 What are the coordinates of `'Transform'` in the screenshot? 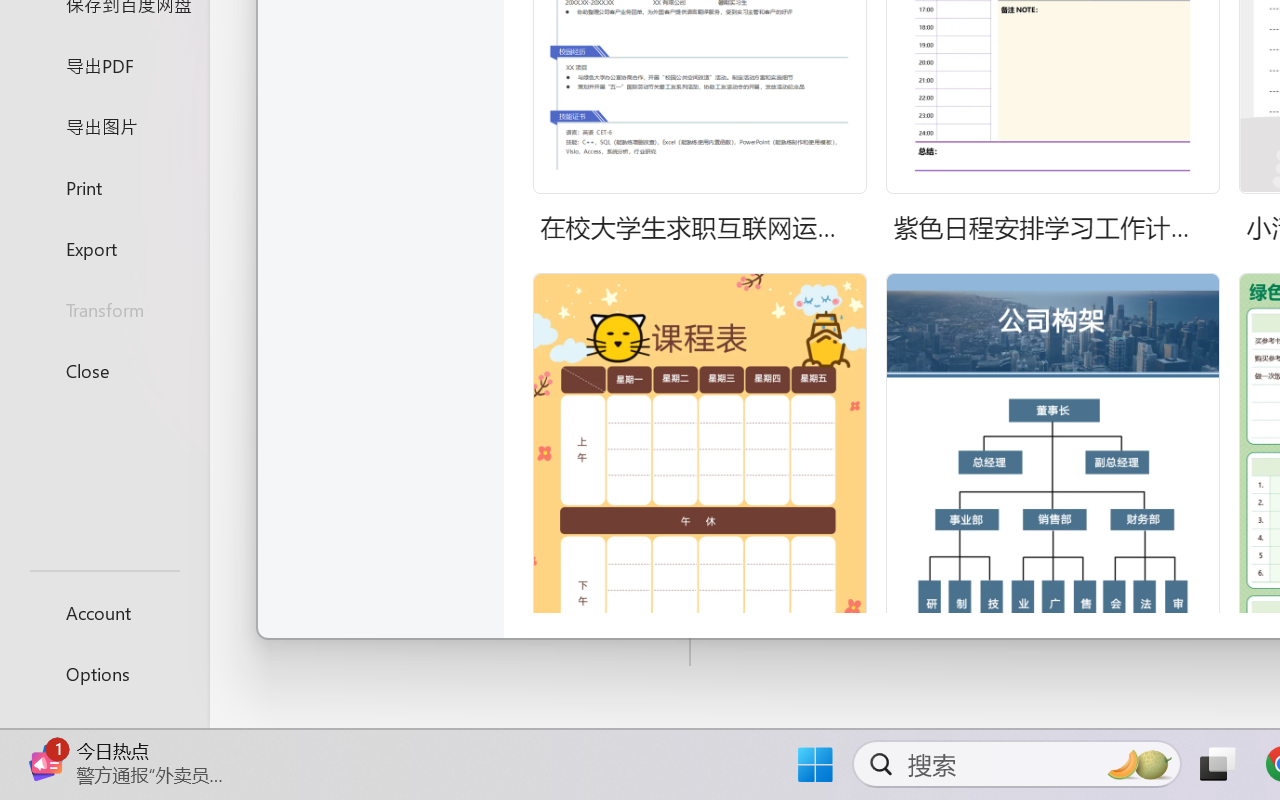 It's located at (103, 308).